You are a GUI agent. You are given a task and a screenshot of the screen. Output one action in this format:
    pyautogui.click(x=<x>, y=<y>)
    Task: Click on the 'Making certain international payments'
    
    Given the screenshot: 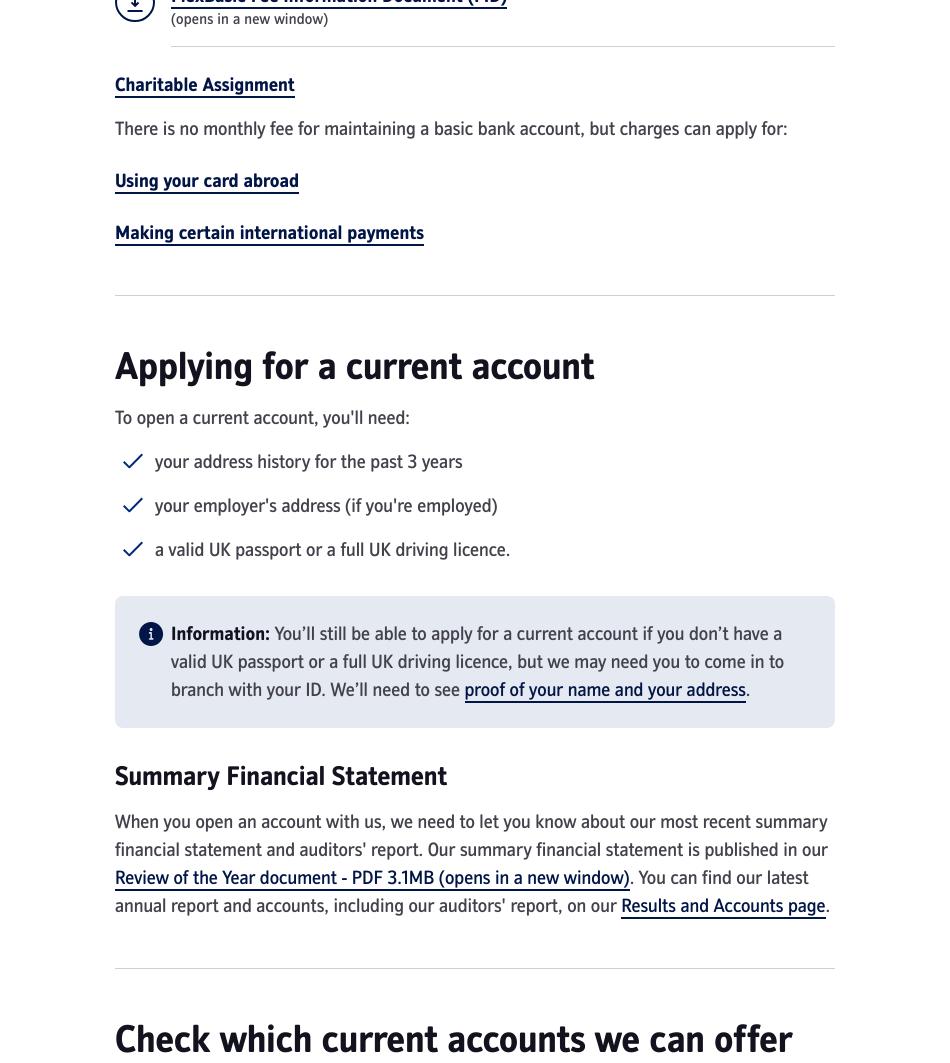 What is the action you would take?
    pyautogui.click(x=268, y=233)
    